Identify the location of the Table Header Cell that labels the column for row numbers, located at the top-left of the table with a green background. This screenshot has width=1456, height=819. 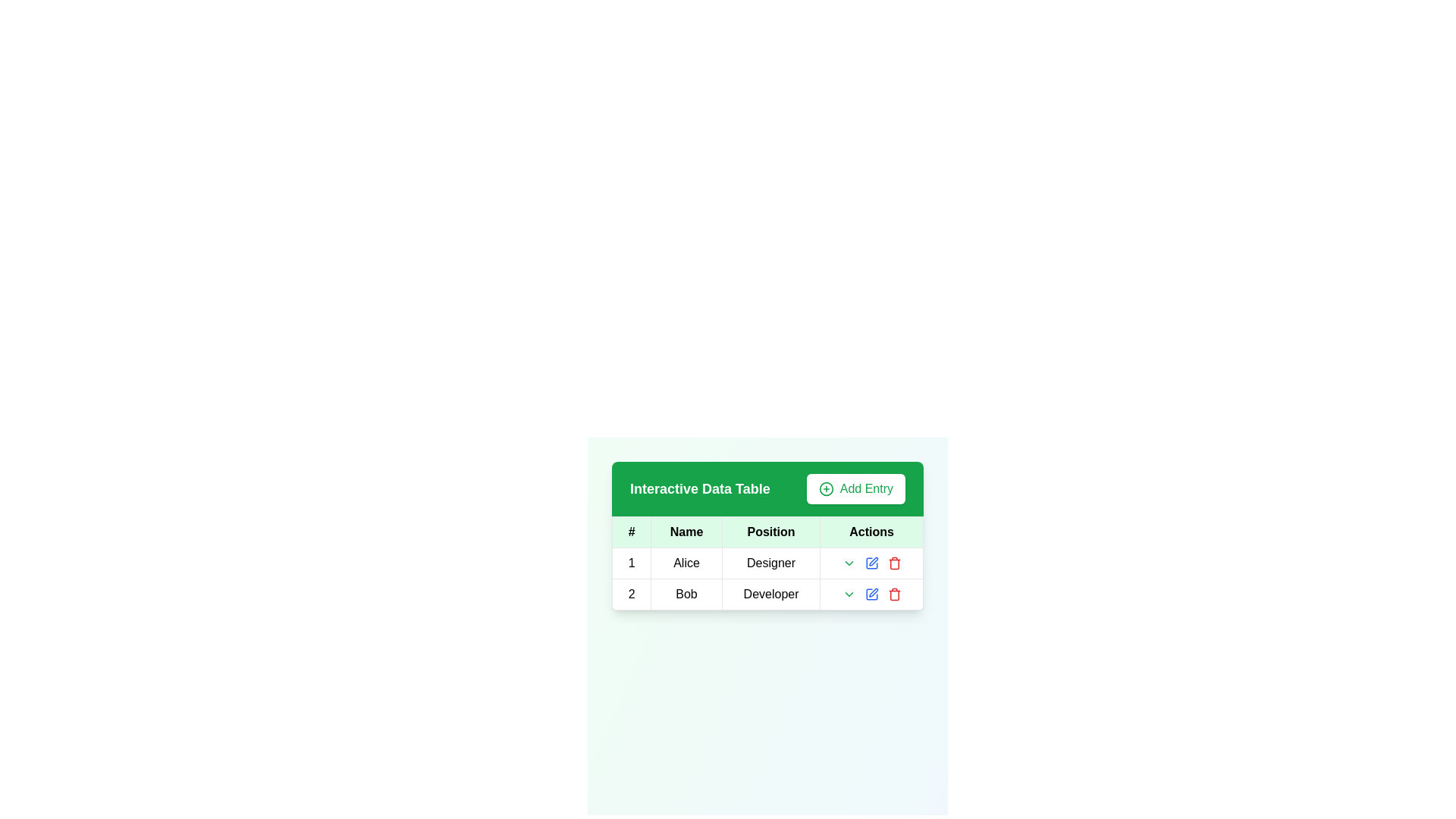
(632, 532).